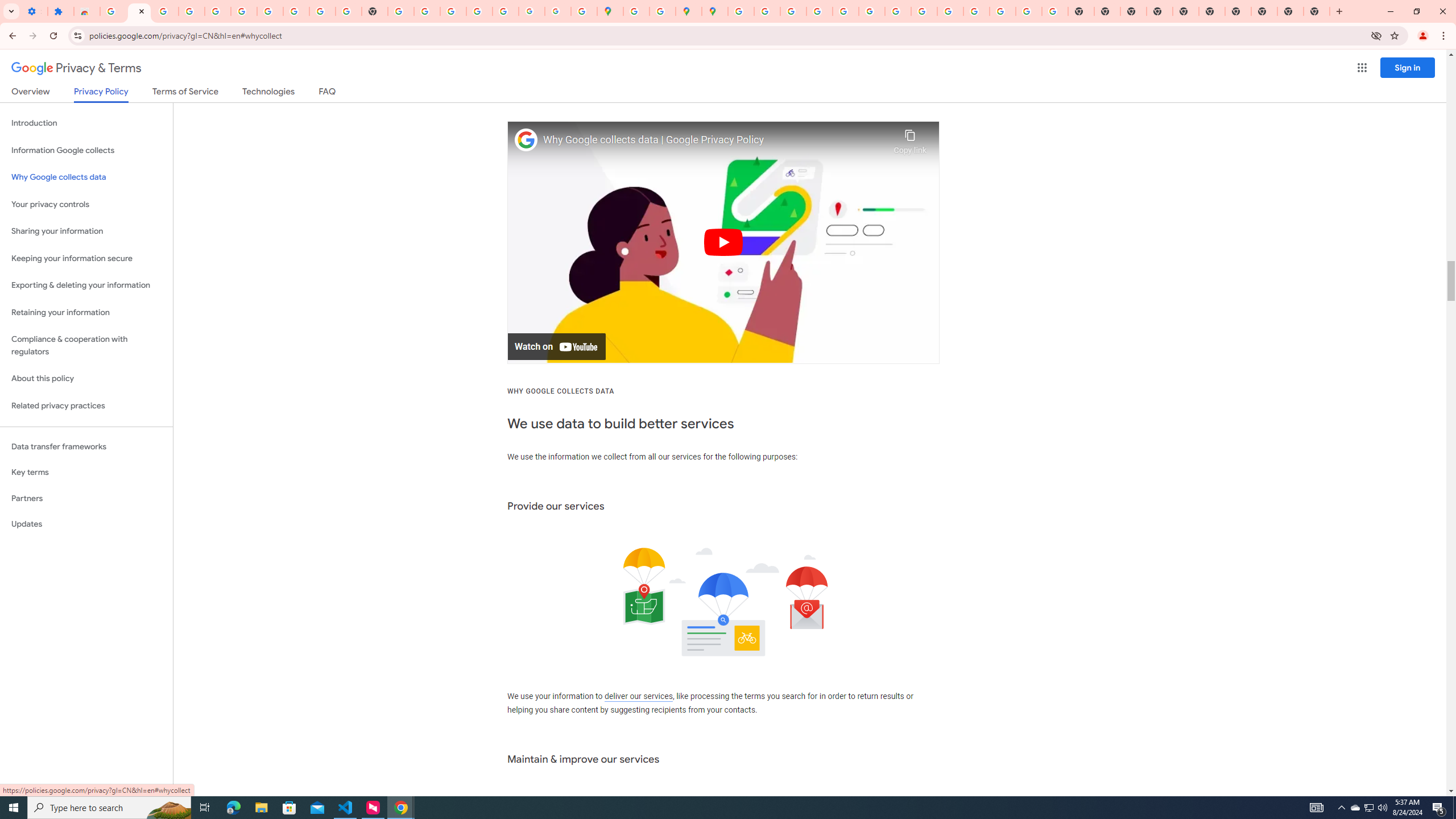 The image size is (1456, 819). I want to click on 'Reviews: Helix Fruit Jump Arcade Game', so click(86, 11).